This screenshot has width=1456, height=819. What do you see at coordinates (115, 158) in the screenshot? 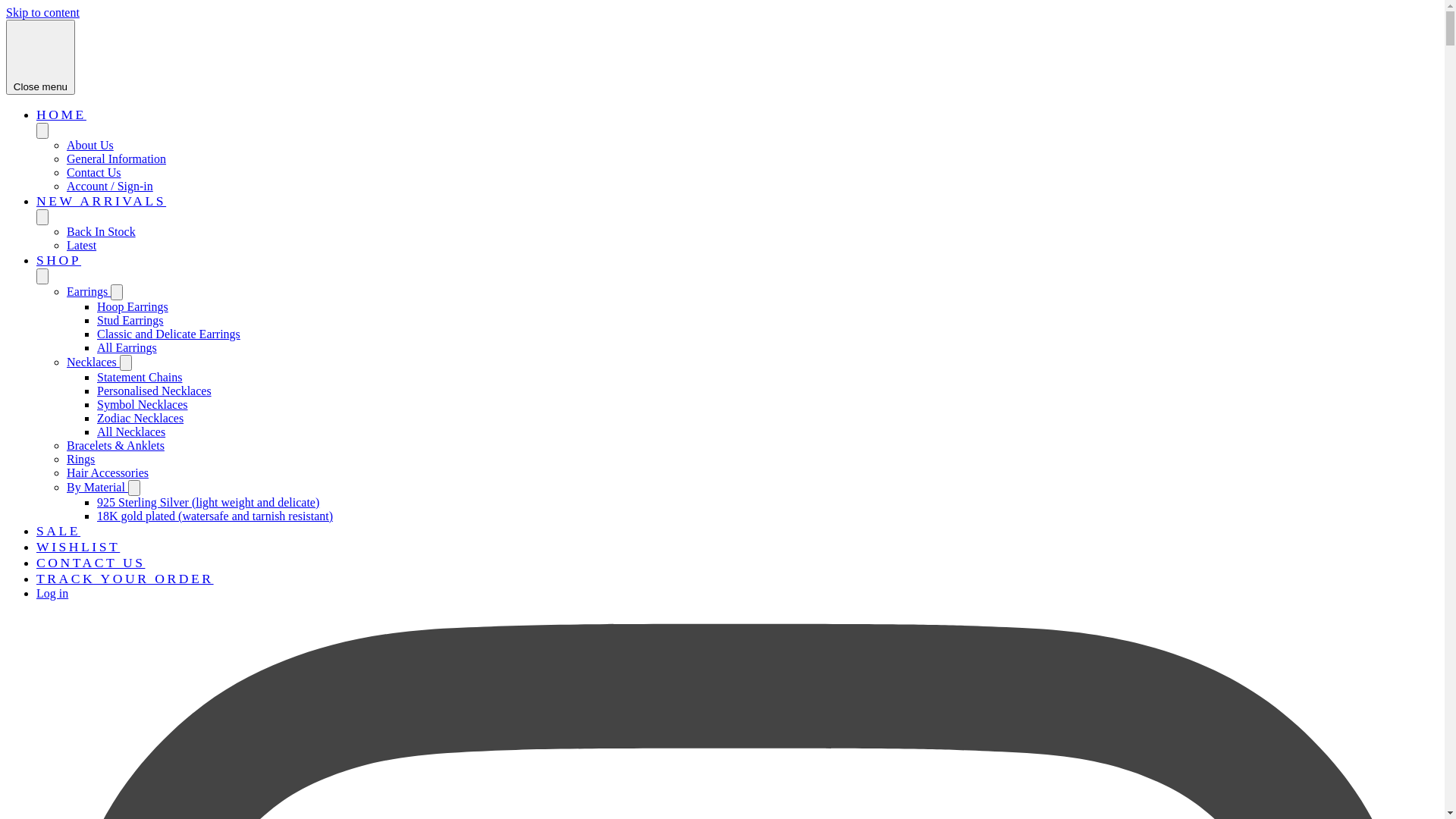
I see `'General Information'` at bounding box center [115, 158].